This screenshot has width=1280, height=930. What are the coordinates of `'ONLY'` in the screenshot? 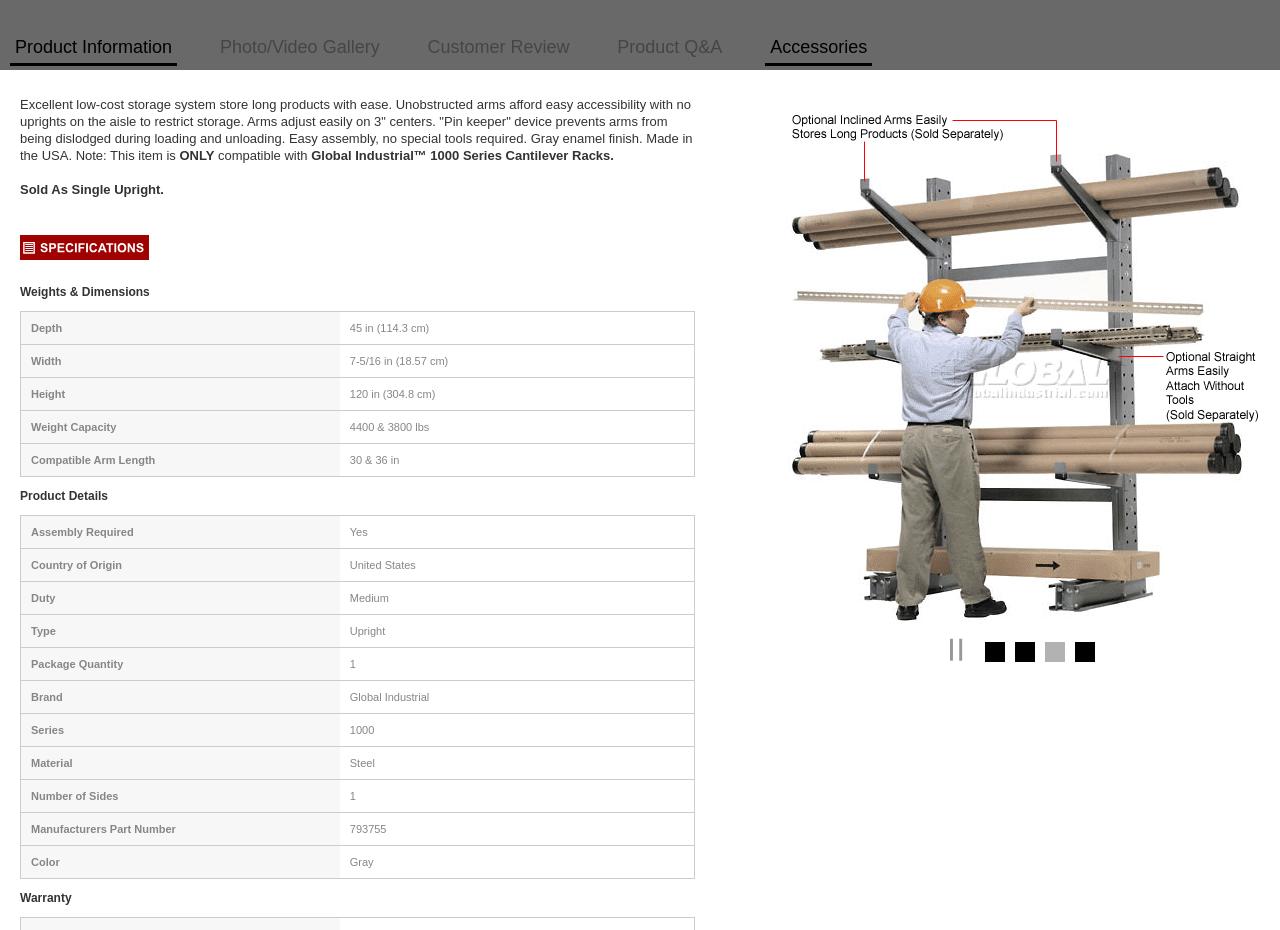 It's located at (196, 155).